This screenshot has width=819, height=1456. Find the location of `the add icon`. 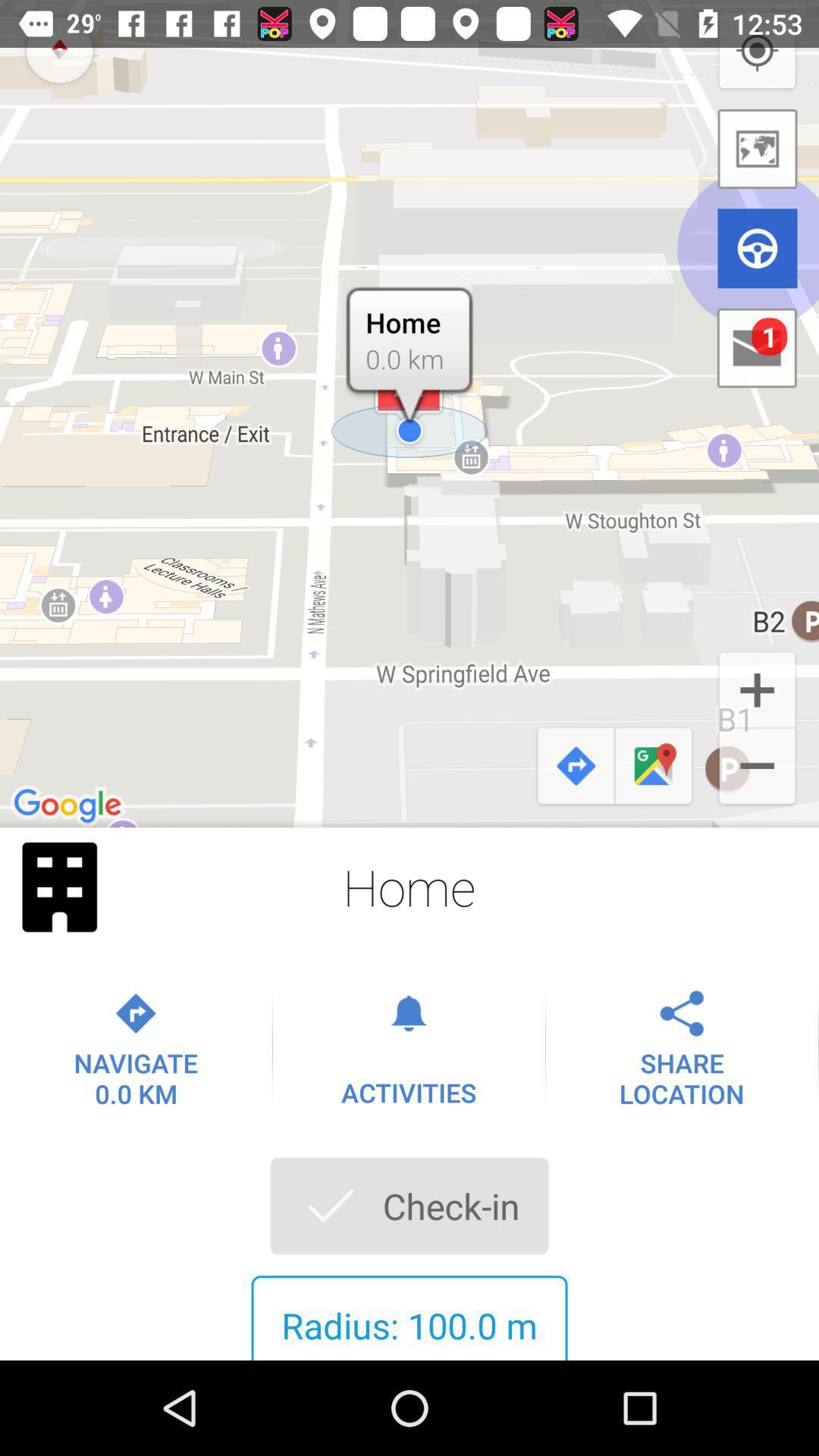

the add icon is located at coordinates (757, 688).